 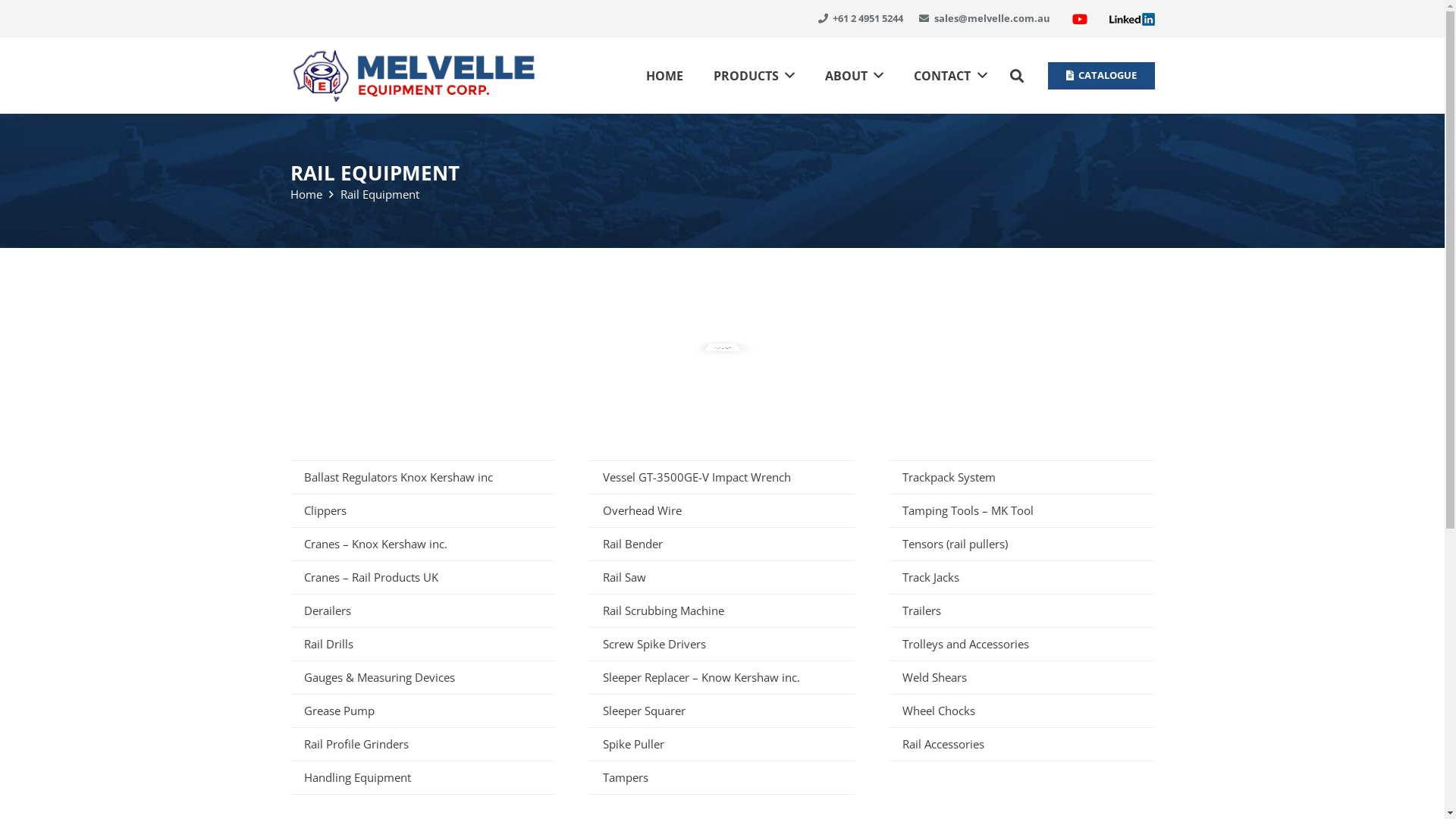 What do you see at coordinates (422, 510) in the screenshot?
I see `'Clippers'` at bounding box center [422, 510].